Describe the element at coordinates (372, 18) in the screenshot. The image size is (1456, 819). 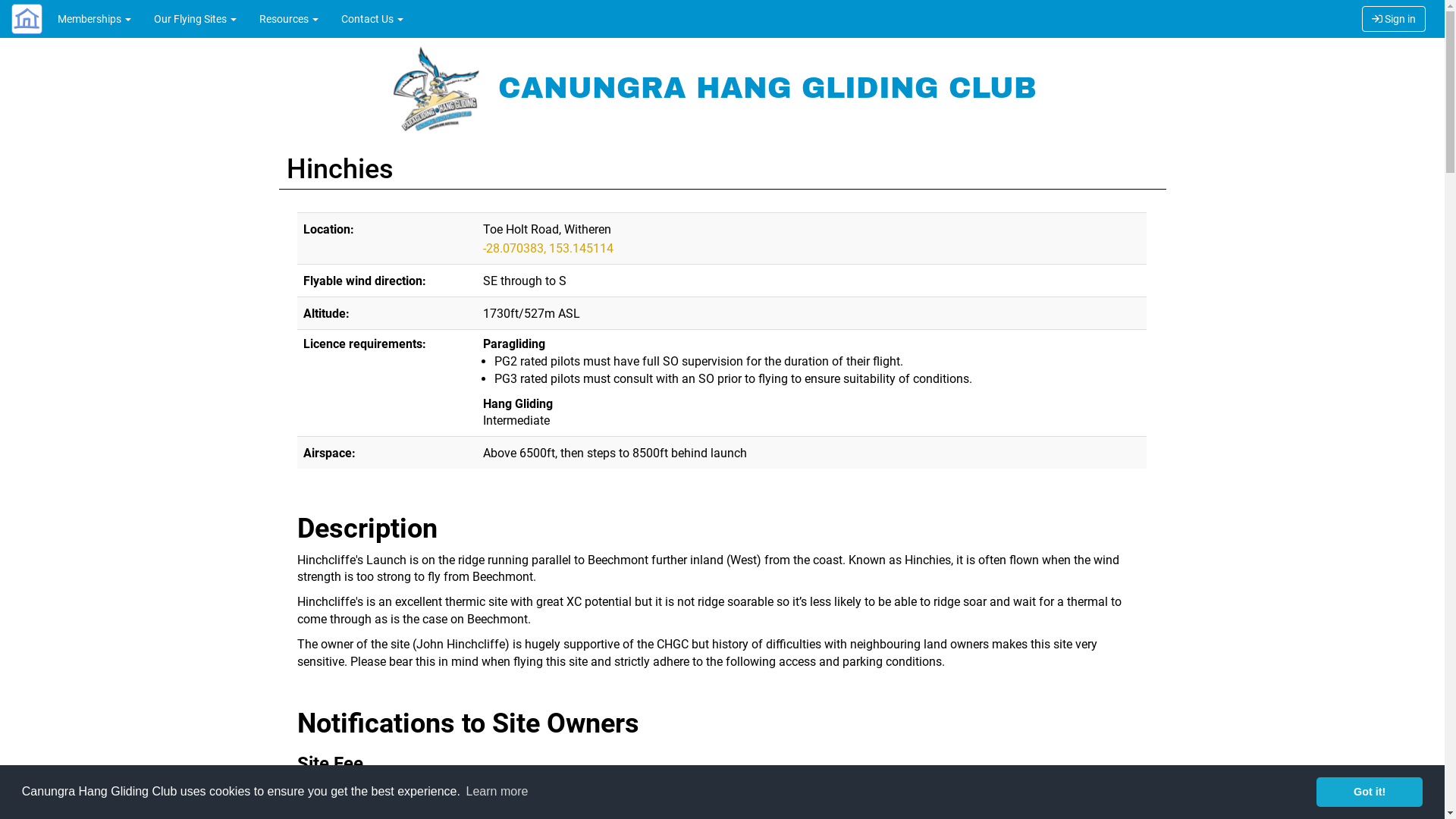
I see `'Contact Us'` at that location.